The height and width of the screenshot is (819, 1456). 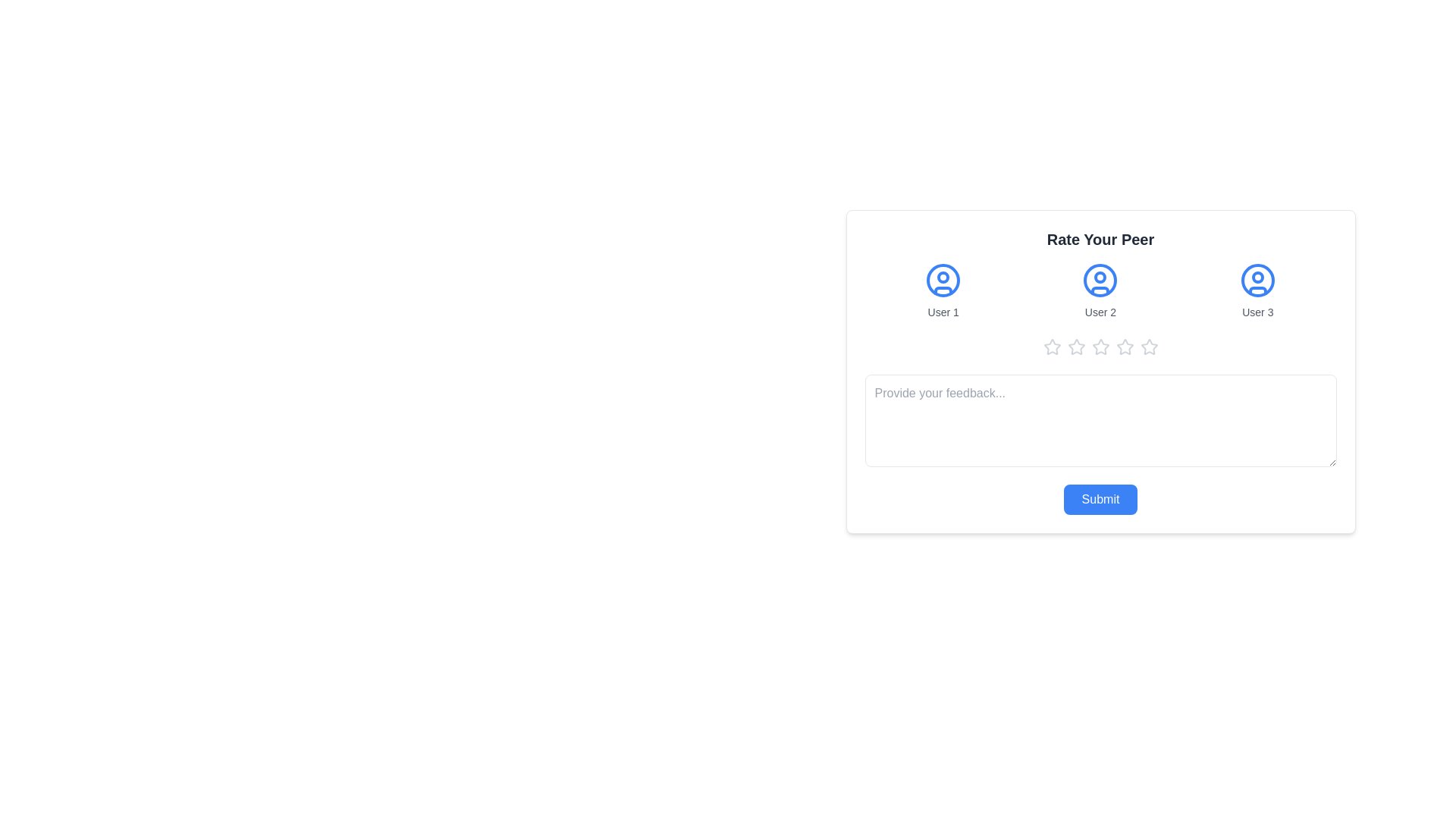 I want to click on the submit button to submit the feedback, so click(x=1100, y=500).